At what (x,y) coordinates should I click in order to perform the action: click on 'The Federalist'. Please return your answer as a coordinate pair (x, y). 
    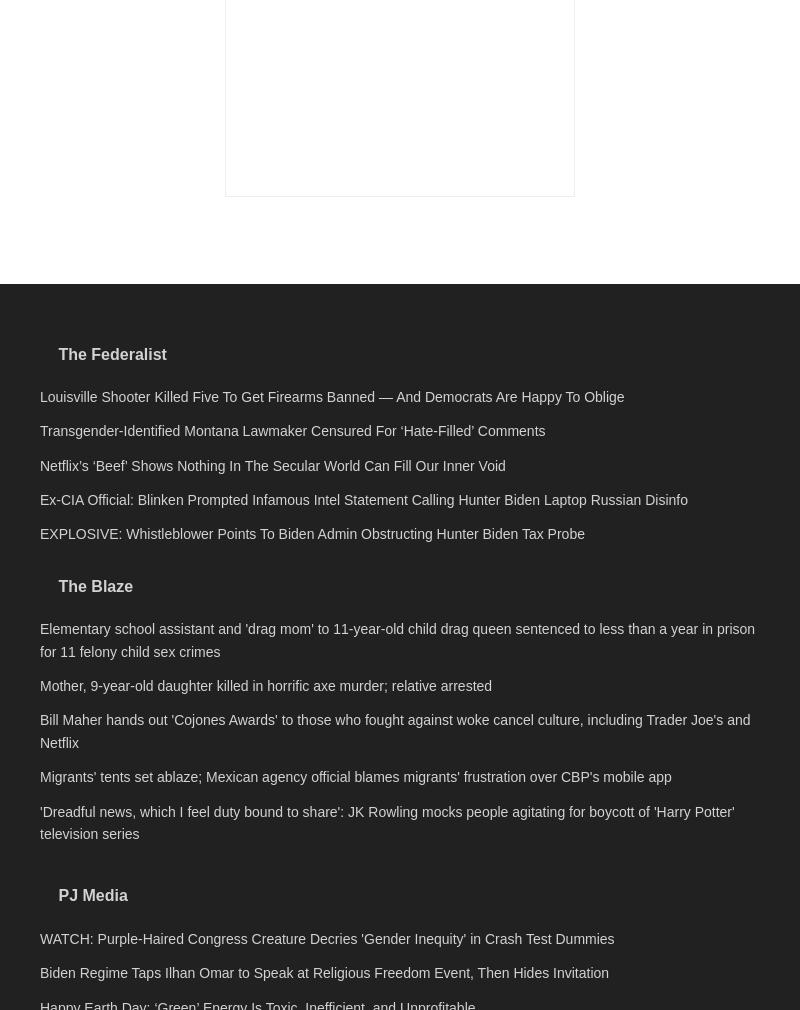
    Looking at the image, I should click on (111, 632).